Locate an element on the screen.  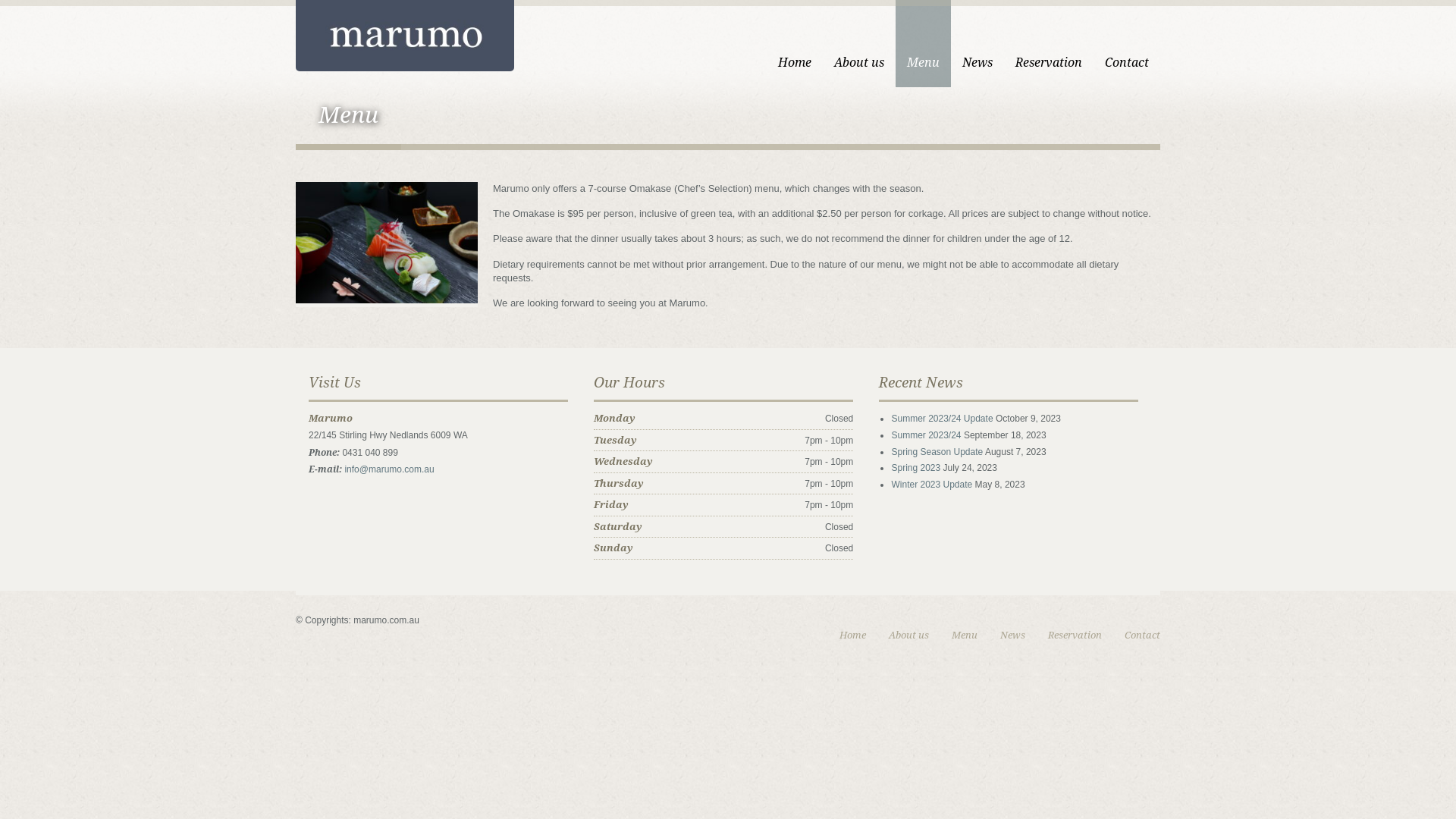
'News' is located at coordinates (1012, 635).